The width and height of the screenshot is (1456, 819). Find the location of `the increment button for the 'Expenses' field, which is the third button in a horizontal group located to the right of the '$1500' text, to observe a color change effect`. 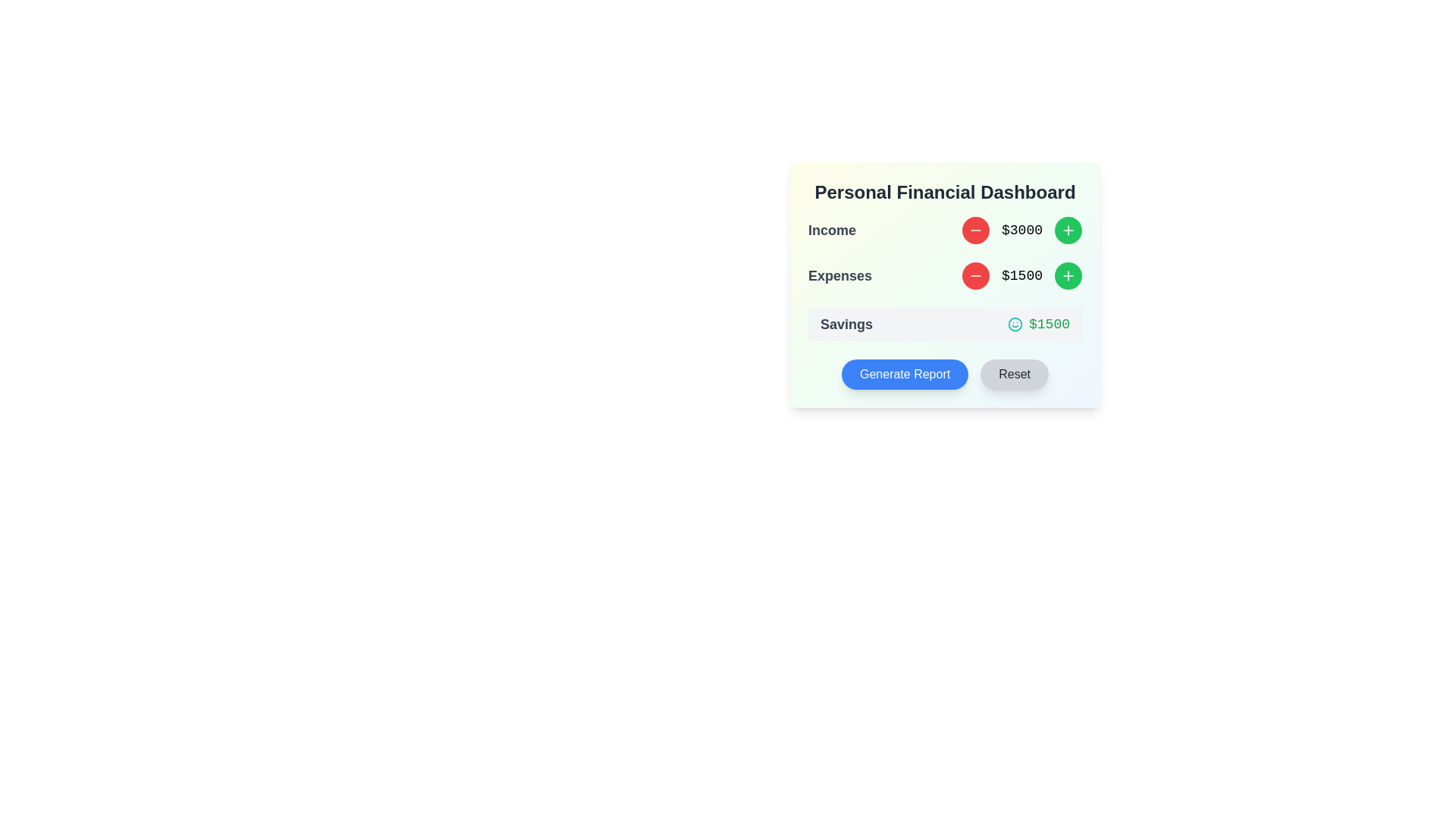

the increment button for the 'Expenses' field, which is the third button in a horizontal group located to the right of the '$1500' text, to observe a color change effect is located at coordinates (1068, 275).